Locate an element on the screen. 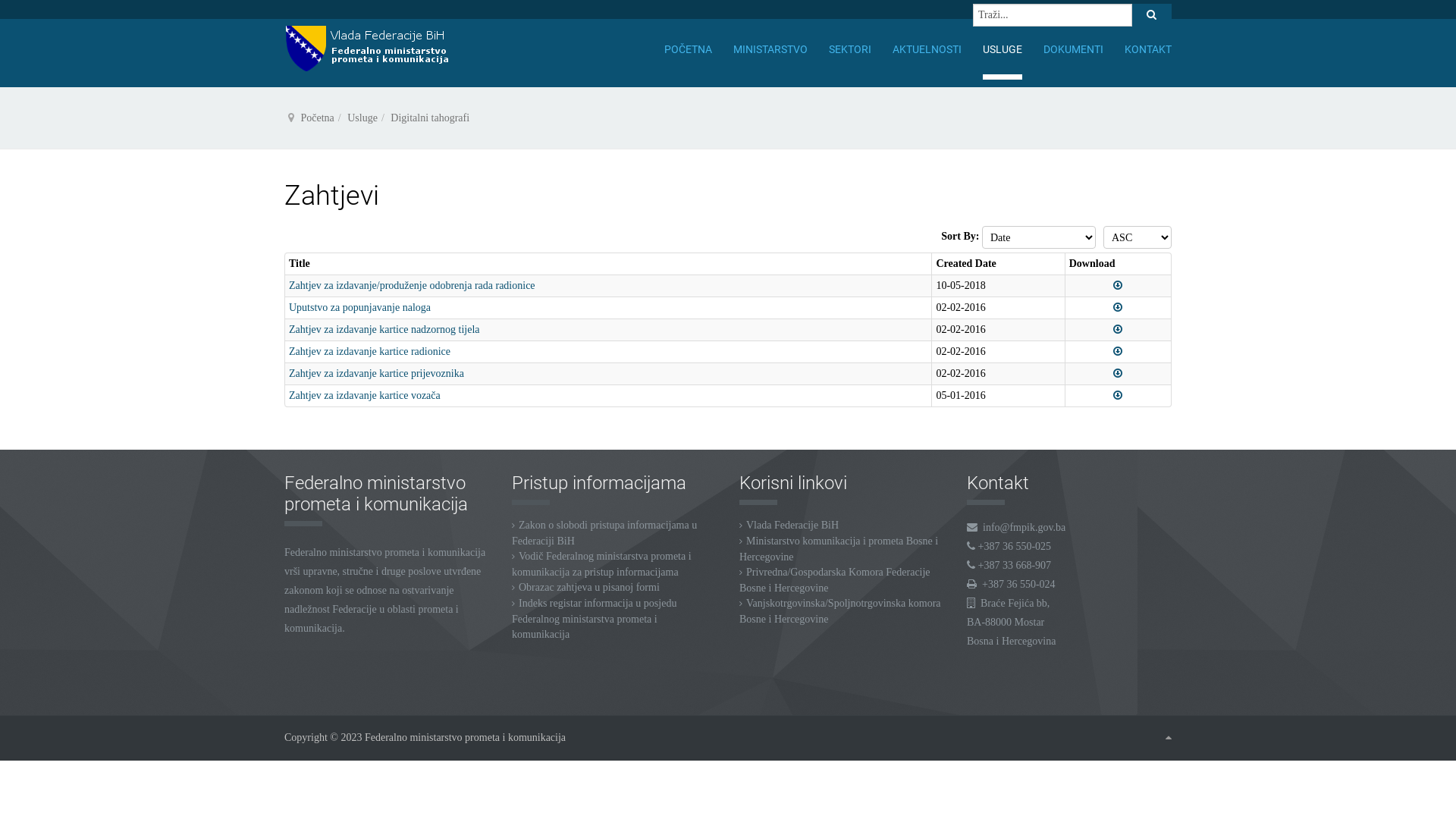 Image resolution: width=1456 pixels, height=819 pixels. 'AKTUELNOSTI' is located at coordinates (892, 49).